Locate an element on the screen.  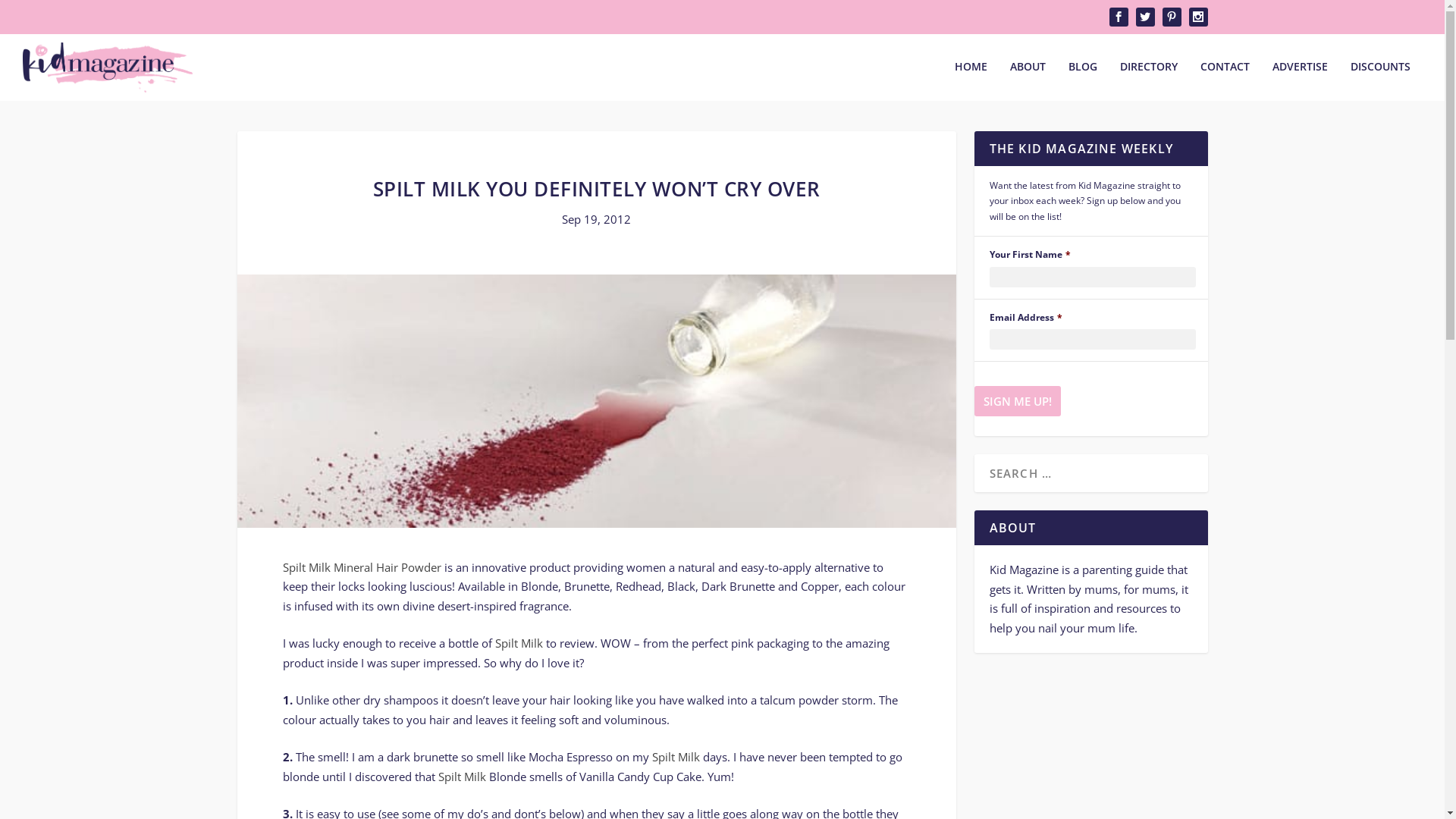
'Spilt Milk' is located at coordinates (675, 757).